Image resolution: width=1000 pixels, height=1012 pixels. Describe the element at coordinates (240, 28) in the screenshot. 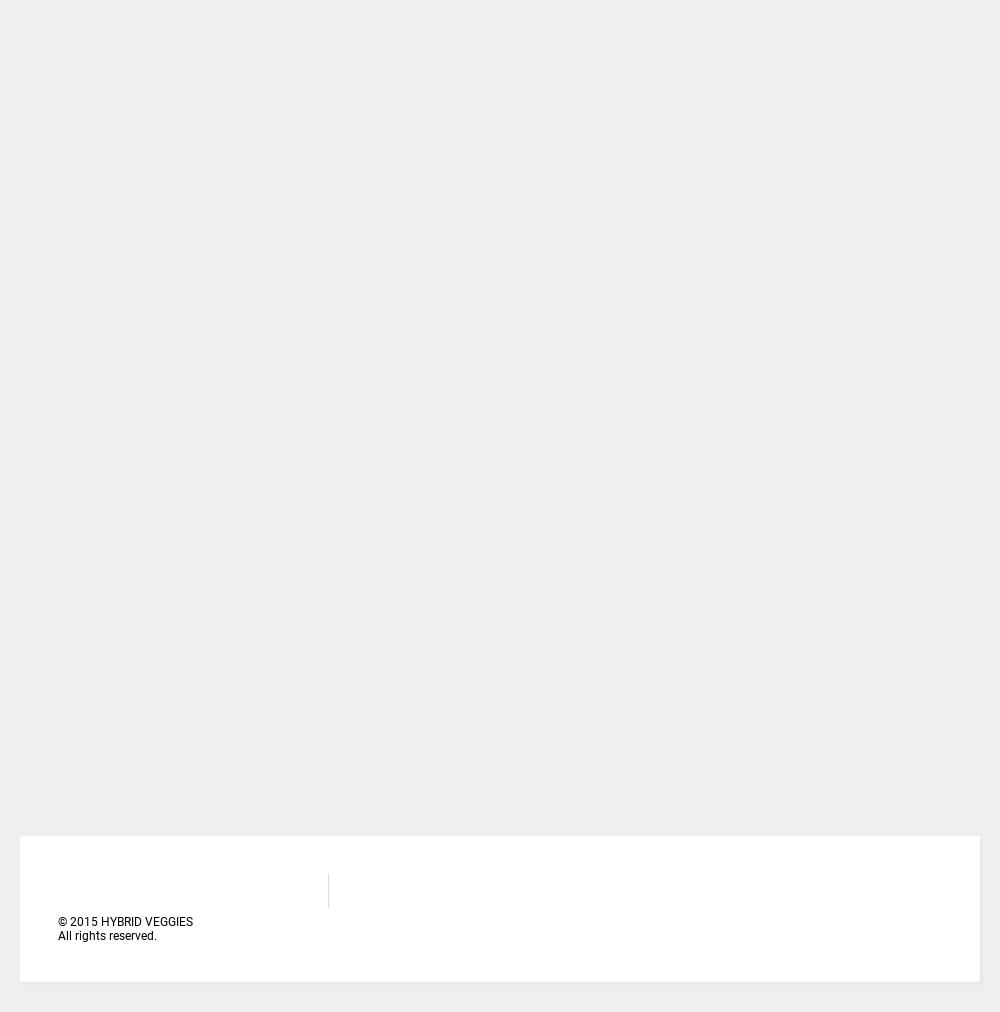

I see `'A TO Z YOU NEED TO RAISE TOMATO NURSERY (PART TWO)'` at that location.